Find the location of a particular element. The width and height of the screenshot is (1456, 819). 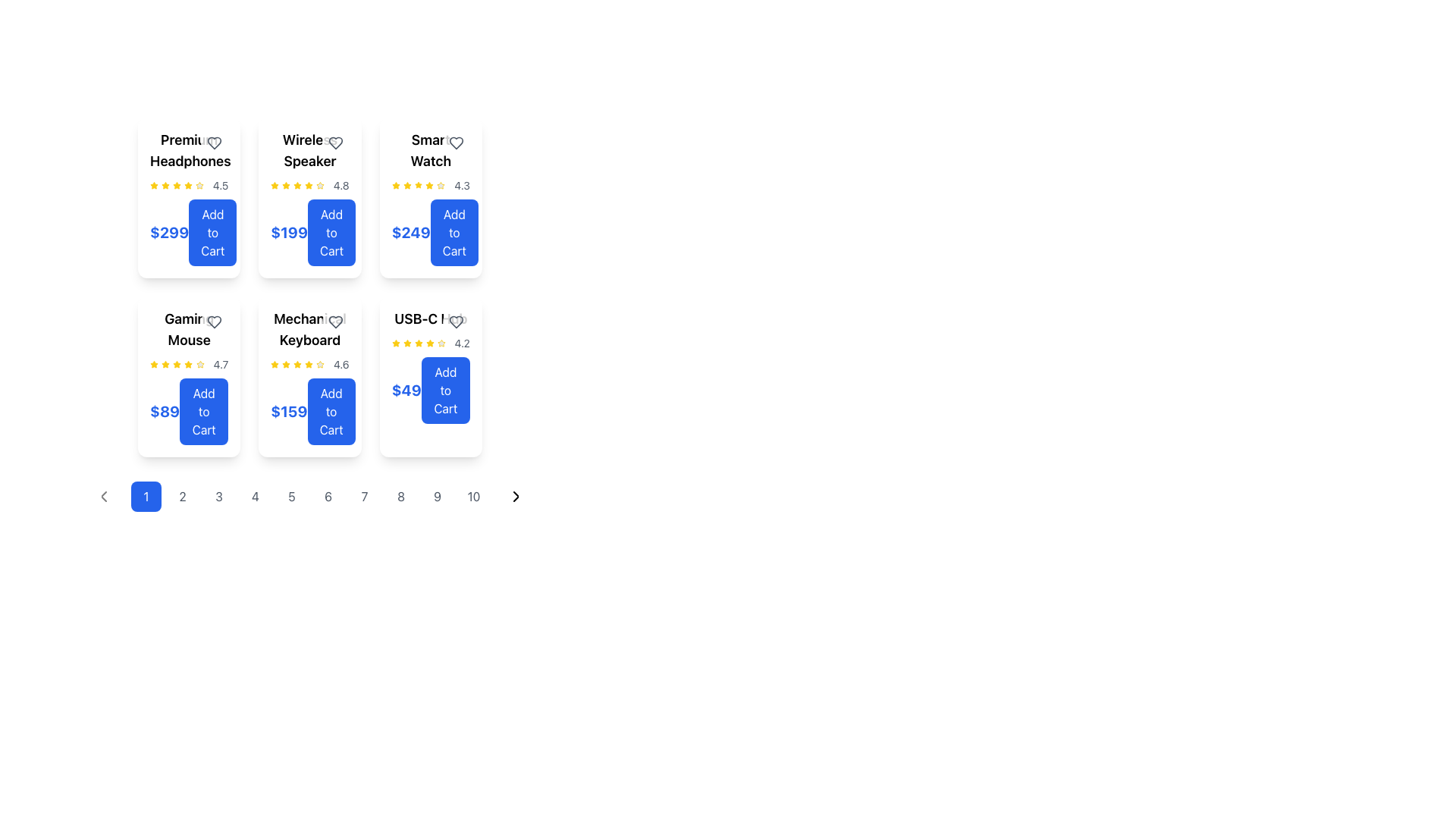

the 'Add to Cart' button, which is a rectangular button with a blue background and white text, located in the bottom-left card of the grid layout is located at coordinates (203, 412).